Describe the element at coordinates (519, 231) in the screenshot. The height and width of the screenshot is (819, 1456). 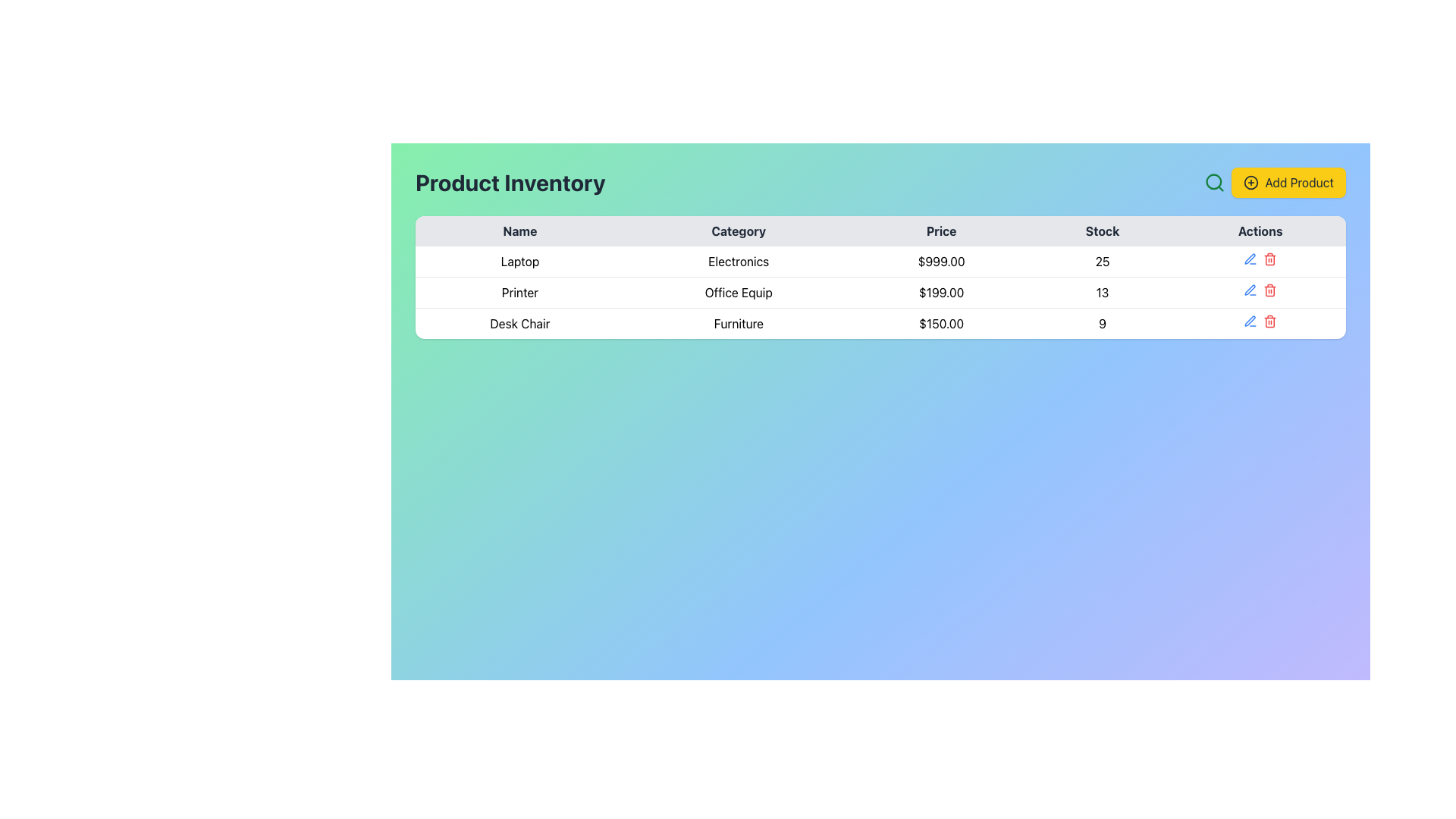
I see `text 'Name' displayed in the bold header cell of the first column in the table under 'Product Inventory'` at that location.